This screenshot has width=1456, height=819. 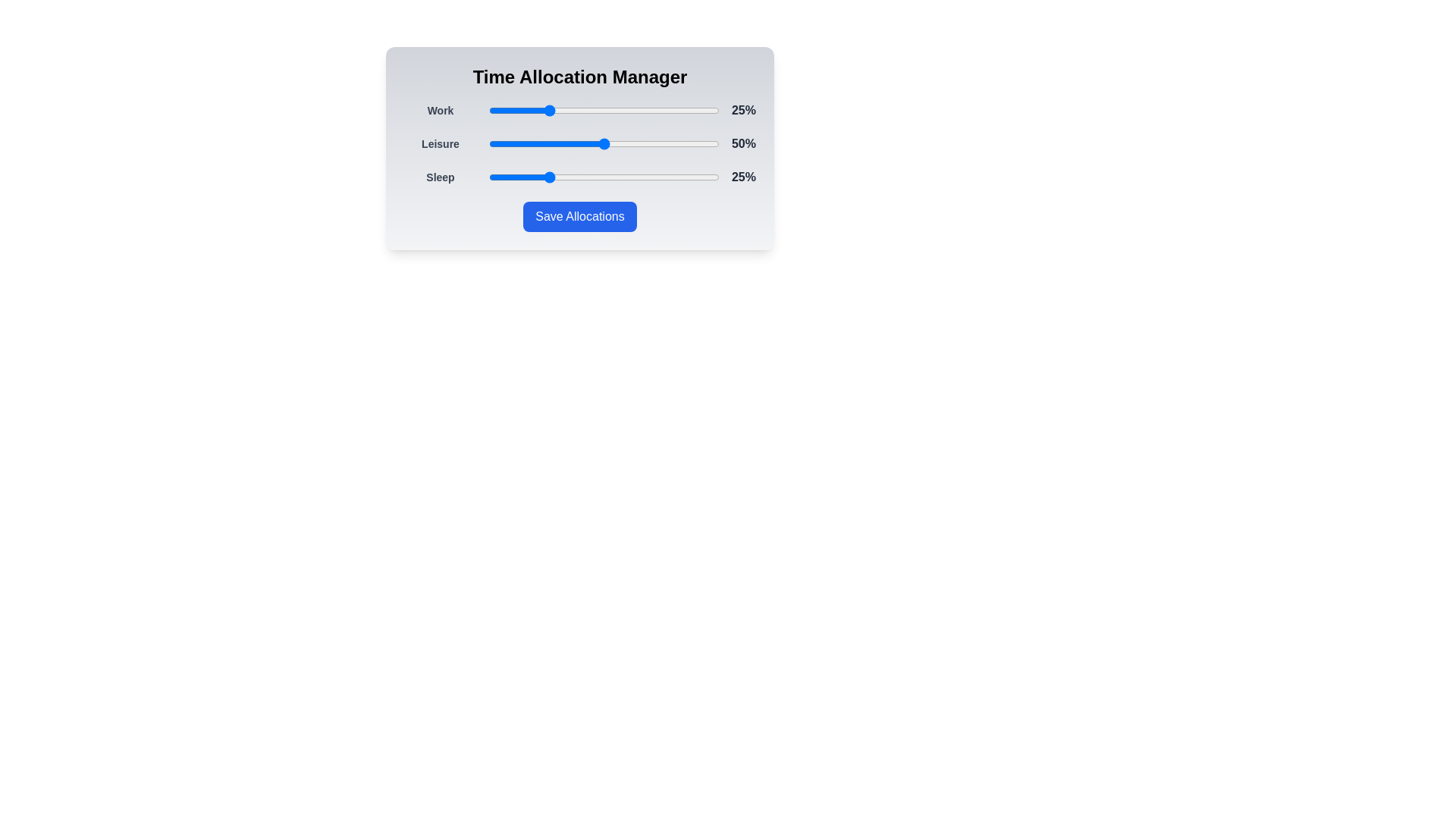 What do you see at coordinates (579, 216) in the screenshot?
I see `'Save Allocations' button to save the current allocation` at bounding box center [579, 216].